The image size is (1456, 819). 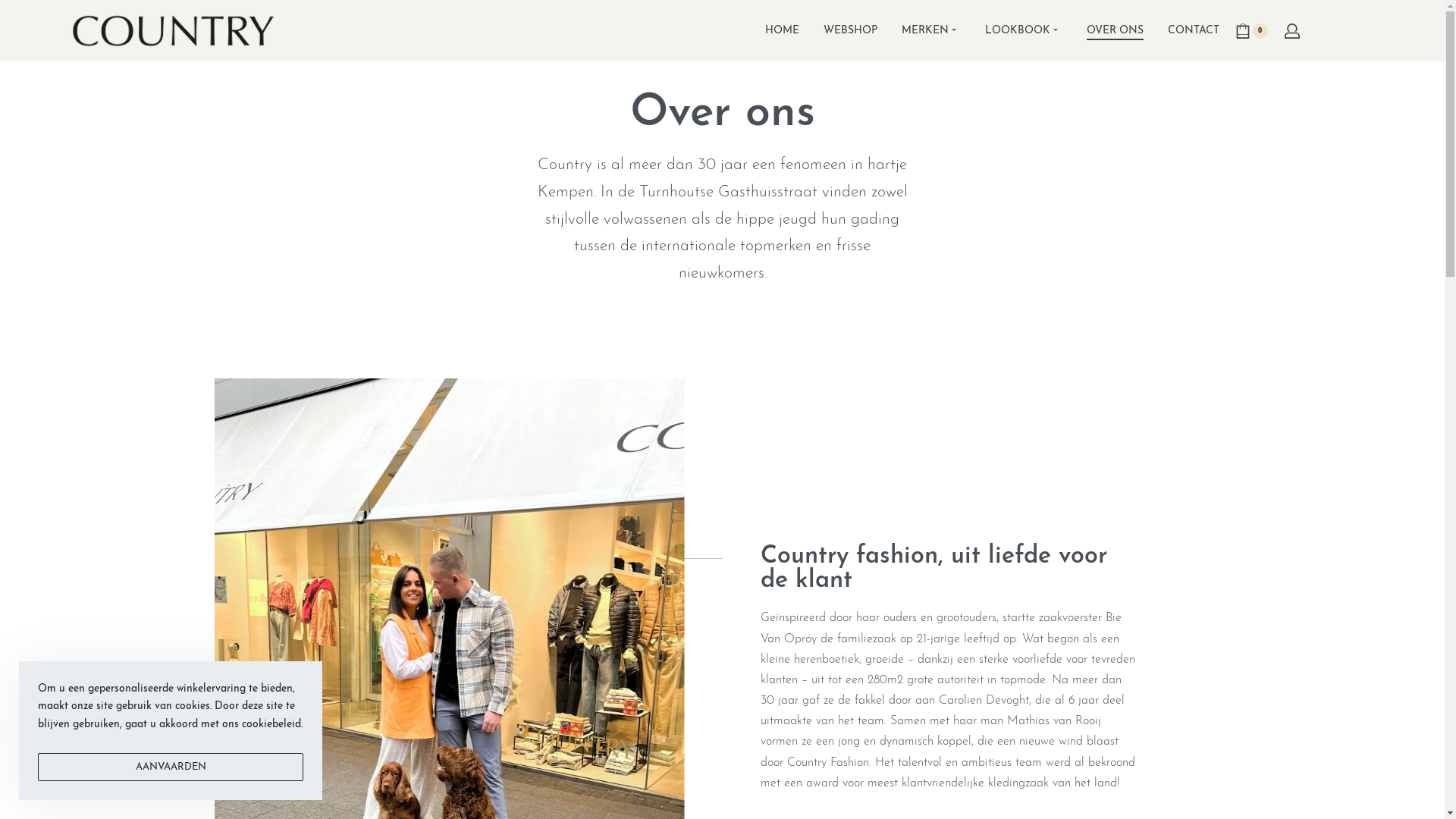 What do you see at coordinates (764, 31) in the screenshot?
I see `'HOME'` at bounding box center [764, 31].